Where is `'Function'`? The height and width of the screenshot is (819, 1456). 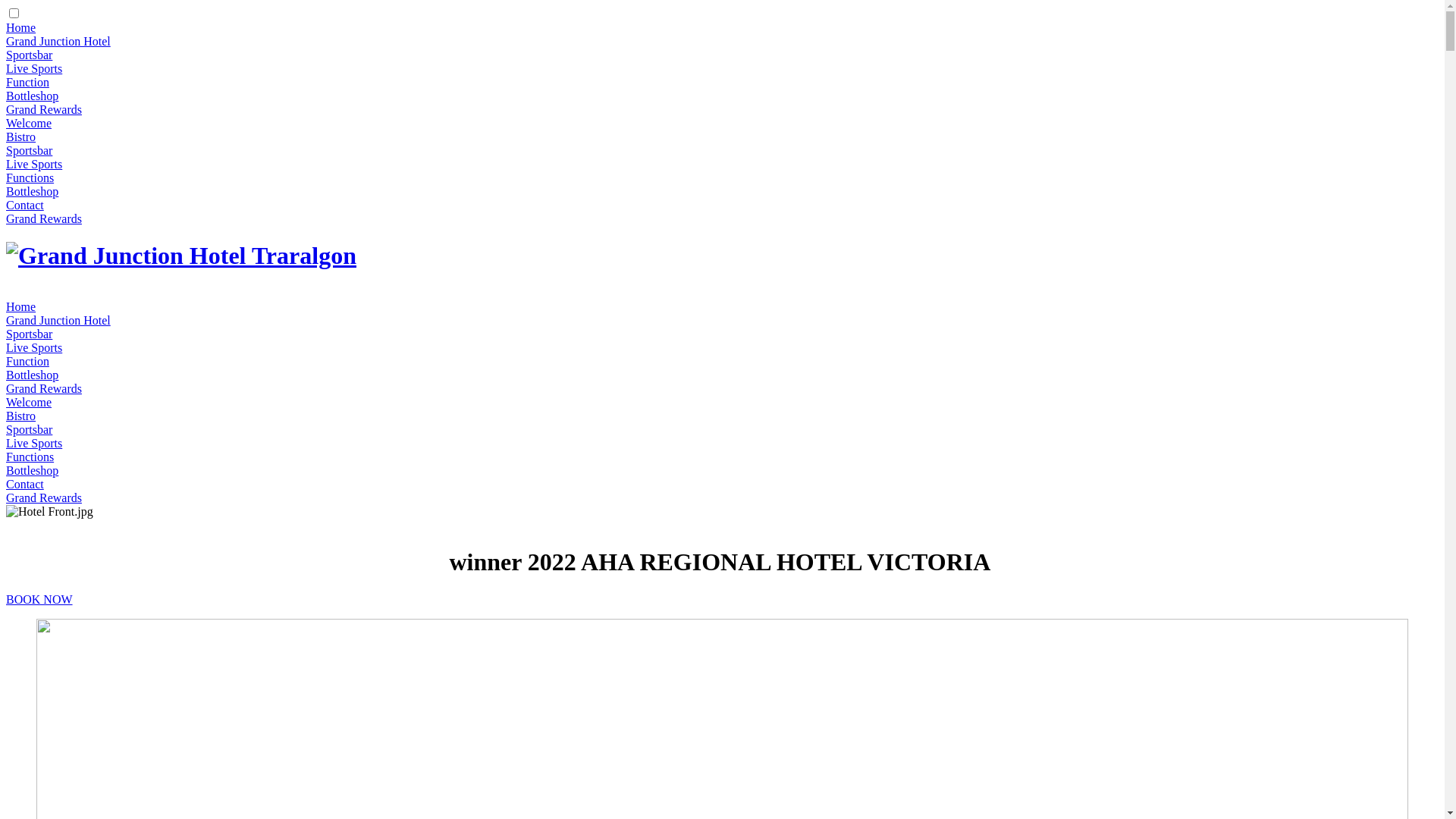
'Function' is located at coordinates (27, 361).